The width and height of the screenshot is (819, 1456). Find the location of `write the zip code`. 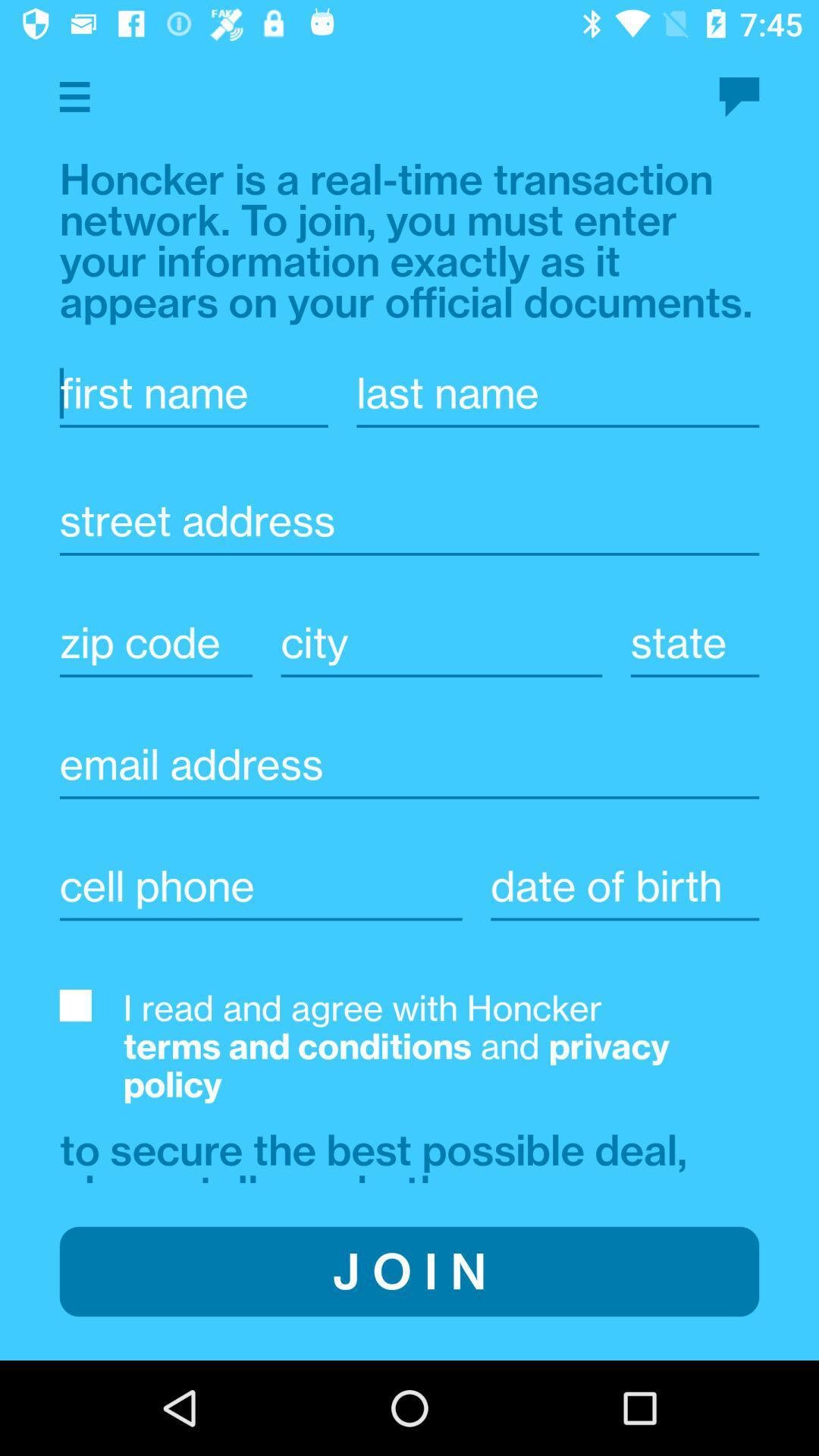

write the zip code is located at coordinates (155, 642).